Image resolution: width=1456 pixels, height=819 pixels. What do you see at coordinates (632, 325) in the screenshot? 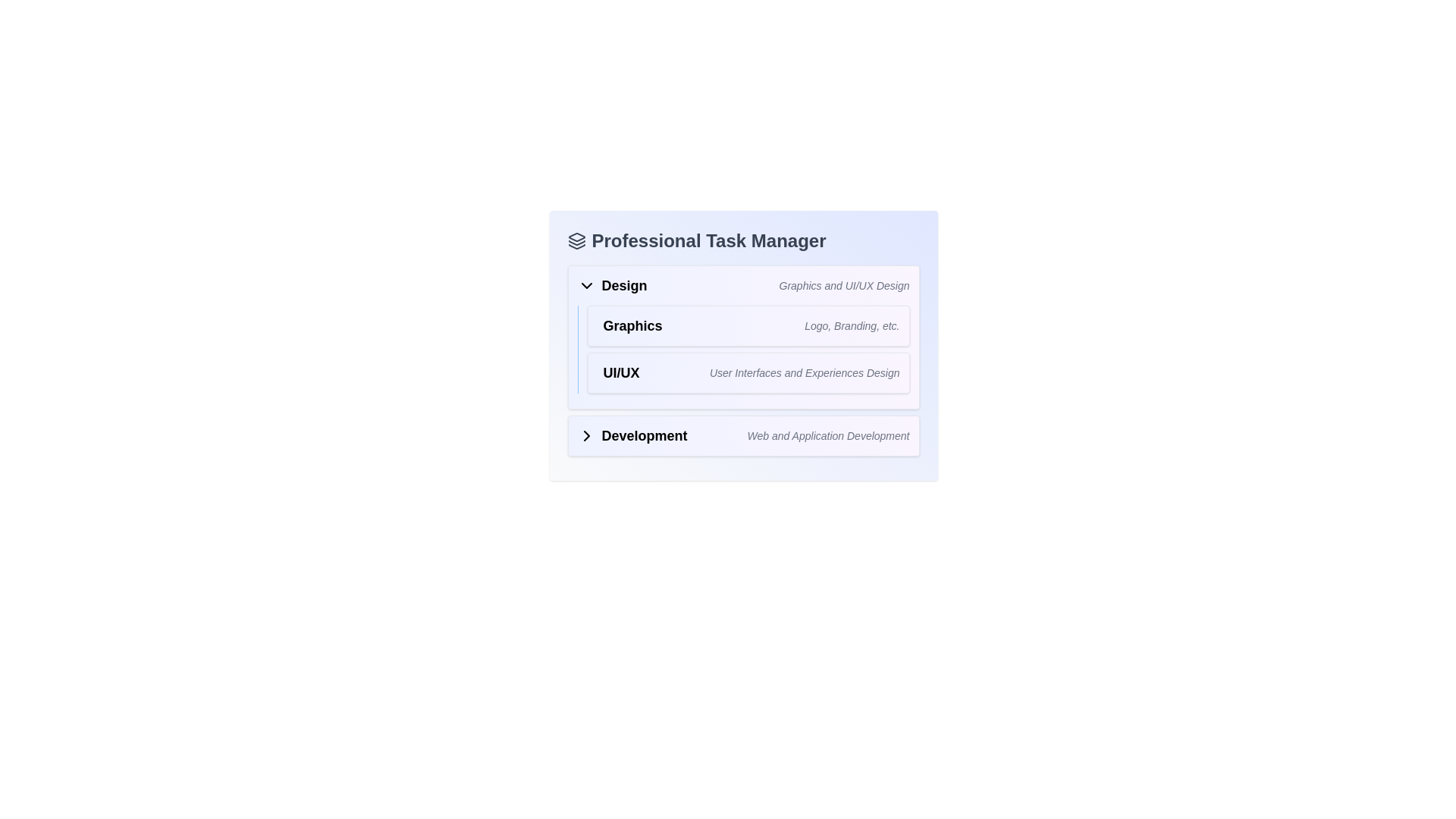
I see `the Text Label that identifies the 'Graphics' category, positioned as the first item in the submenu under the 'Design' category` at bounding box center [632, 325].